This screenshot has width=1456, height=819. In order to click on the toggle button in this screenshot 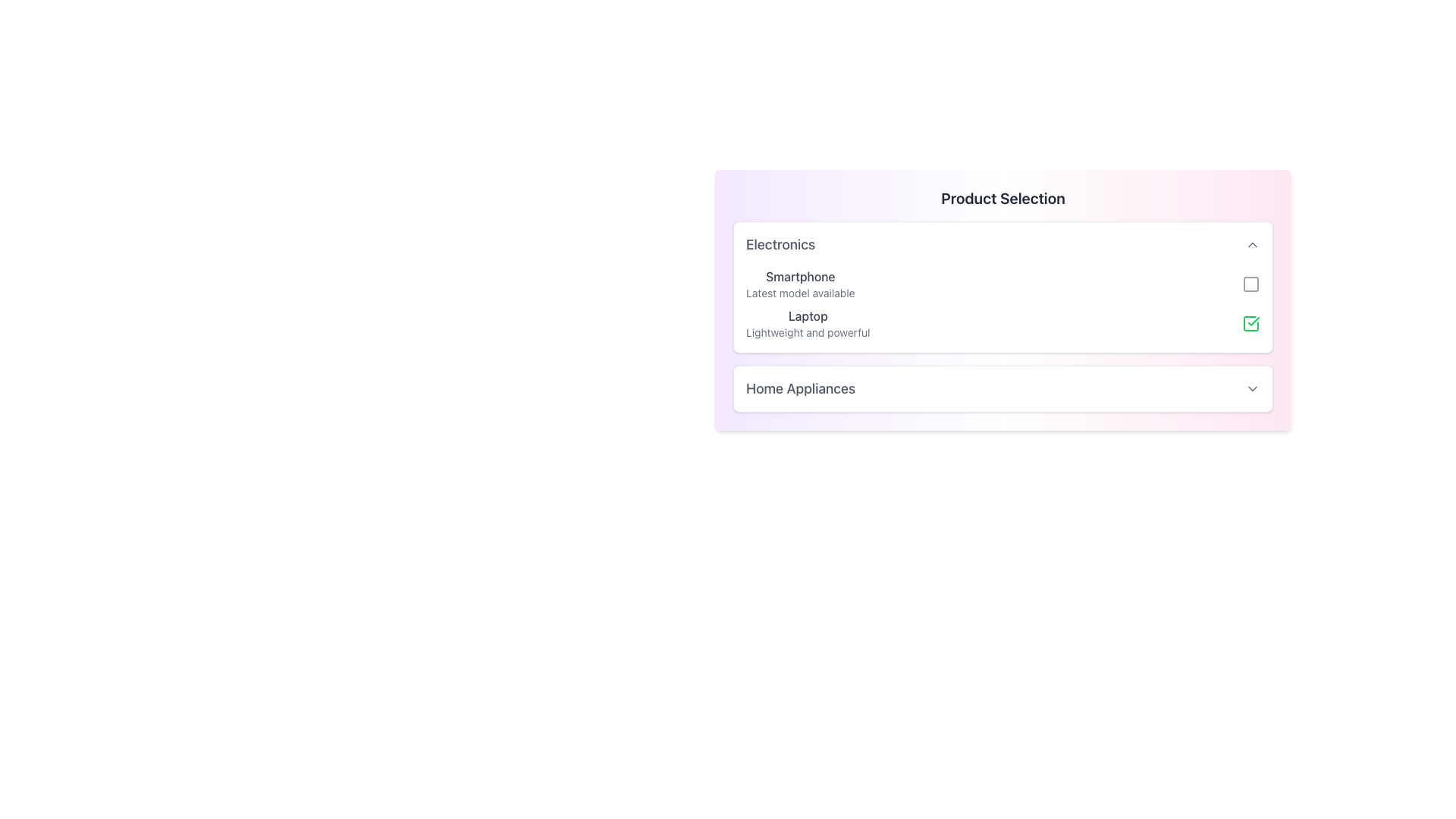, I will do `click(1252, 388)`.